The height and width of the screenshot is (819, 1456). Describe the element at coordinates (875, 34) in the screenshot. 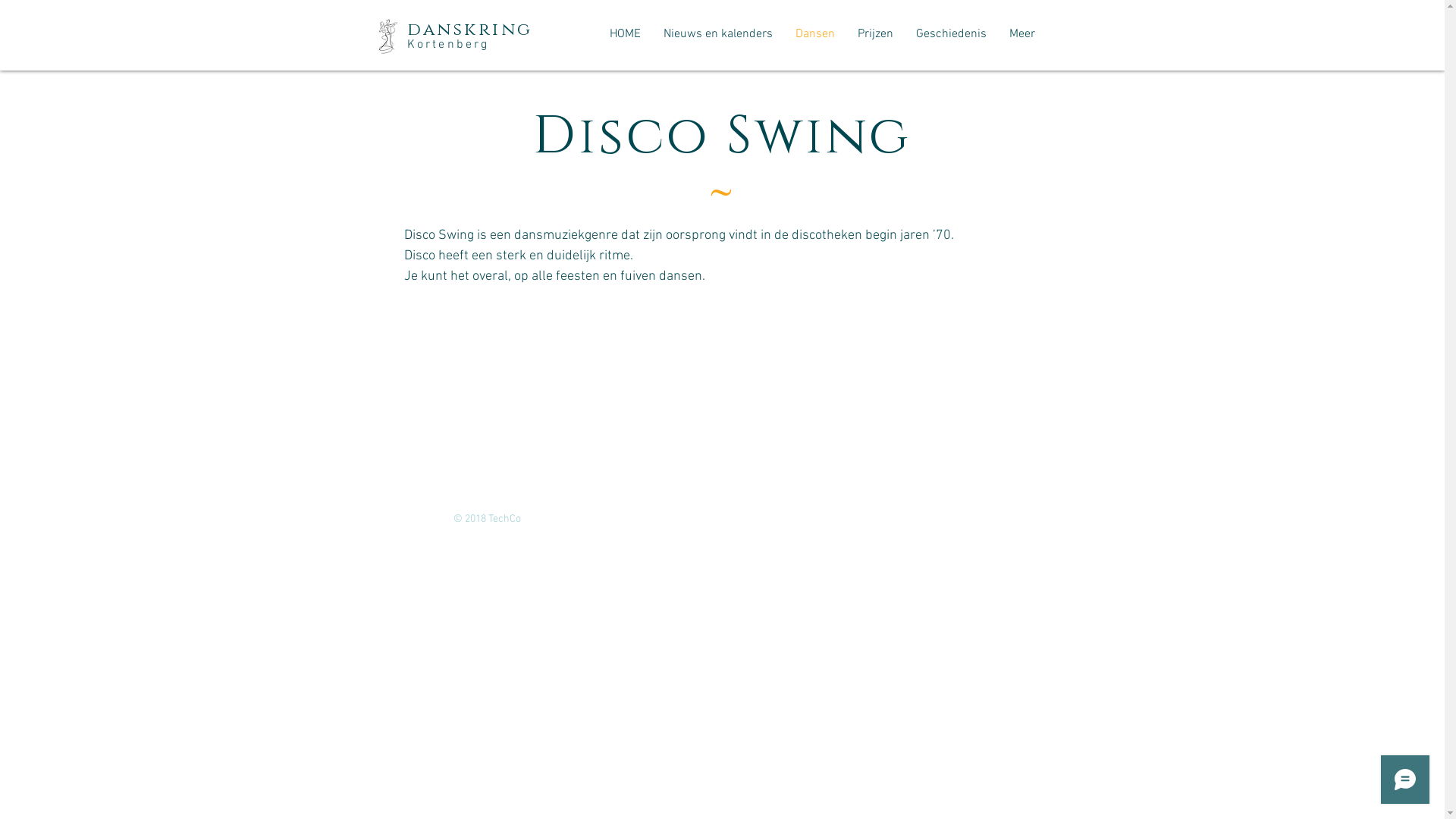

I see `'Prijzen'` at that location.